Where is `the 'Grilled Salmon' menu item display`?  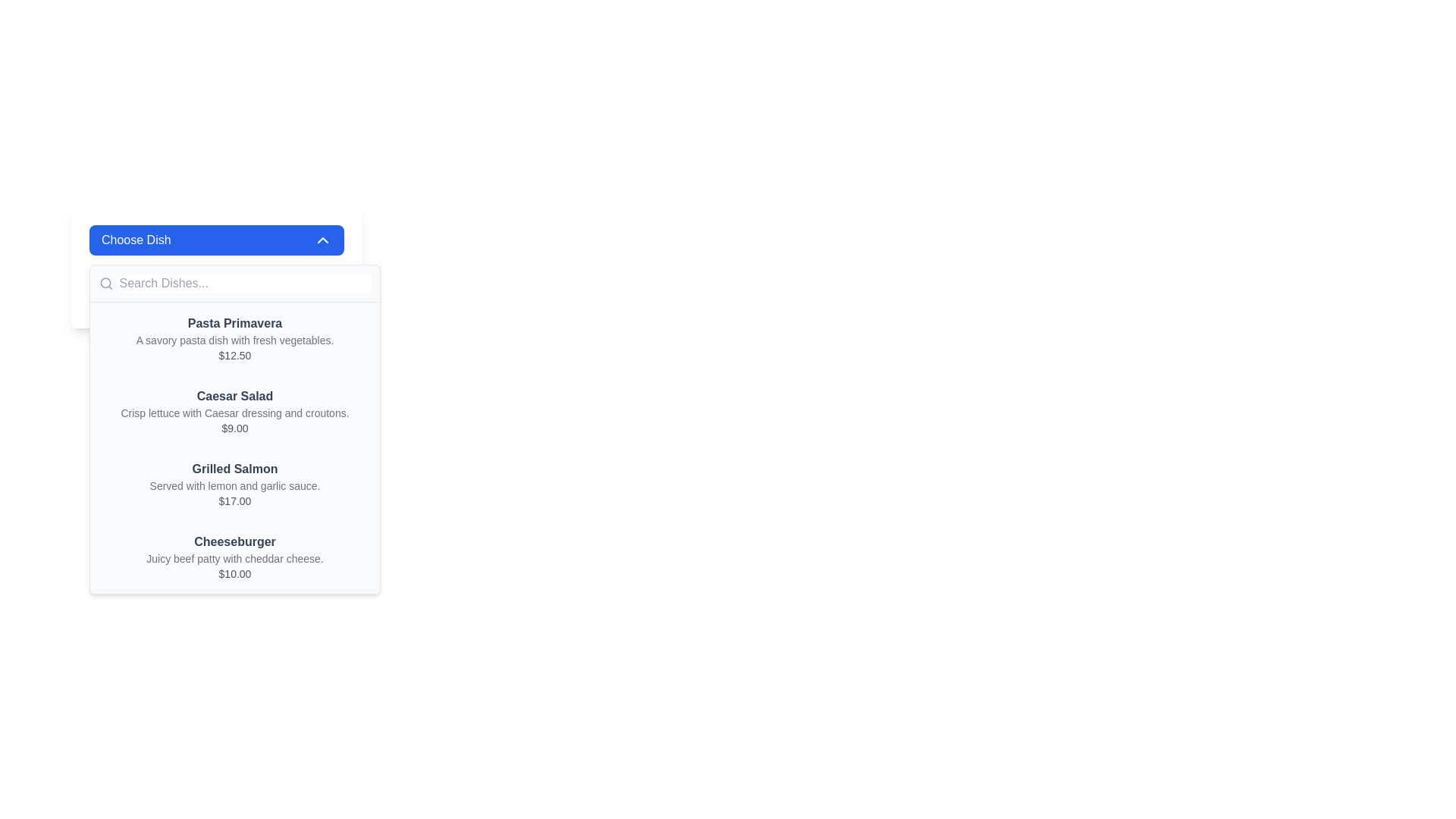
the 'Grilled Salmon' menu item display is located at coordinates (234, 485).